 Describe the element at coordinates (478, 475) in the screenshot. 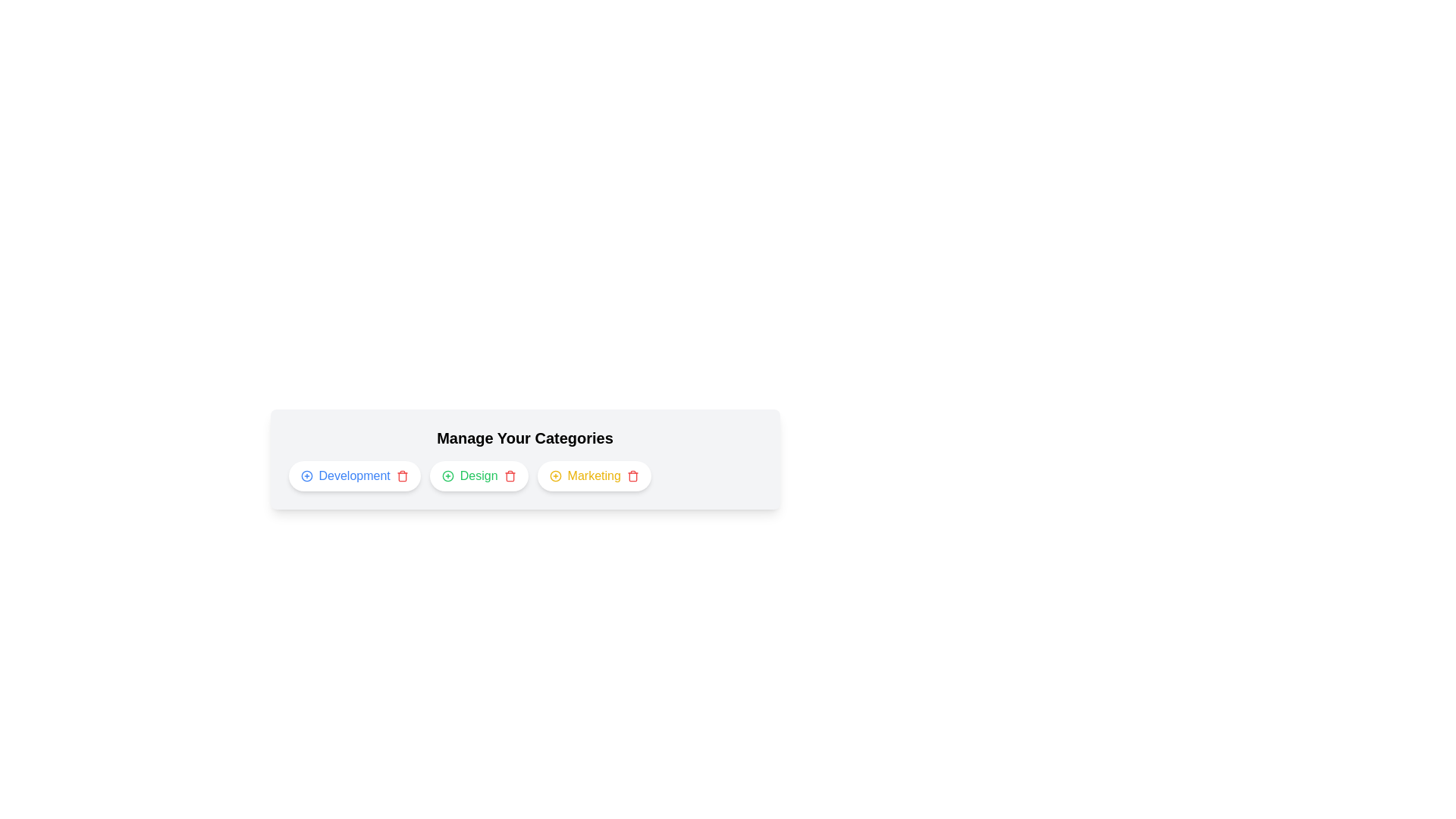

I see `the category Design to observe hover effects` at that location.